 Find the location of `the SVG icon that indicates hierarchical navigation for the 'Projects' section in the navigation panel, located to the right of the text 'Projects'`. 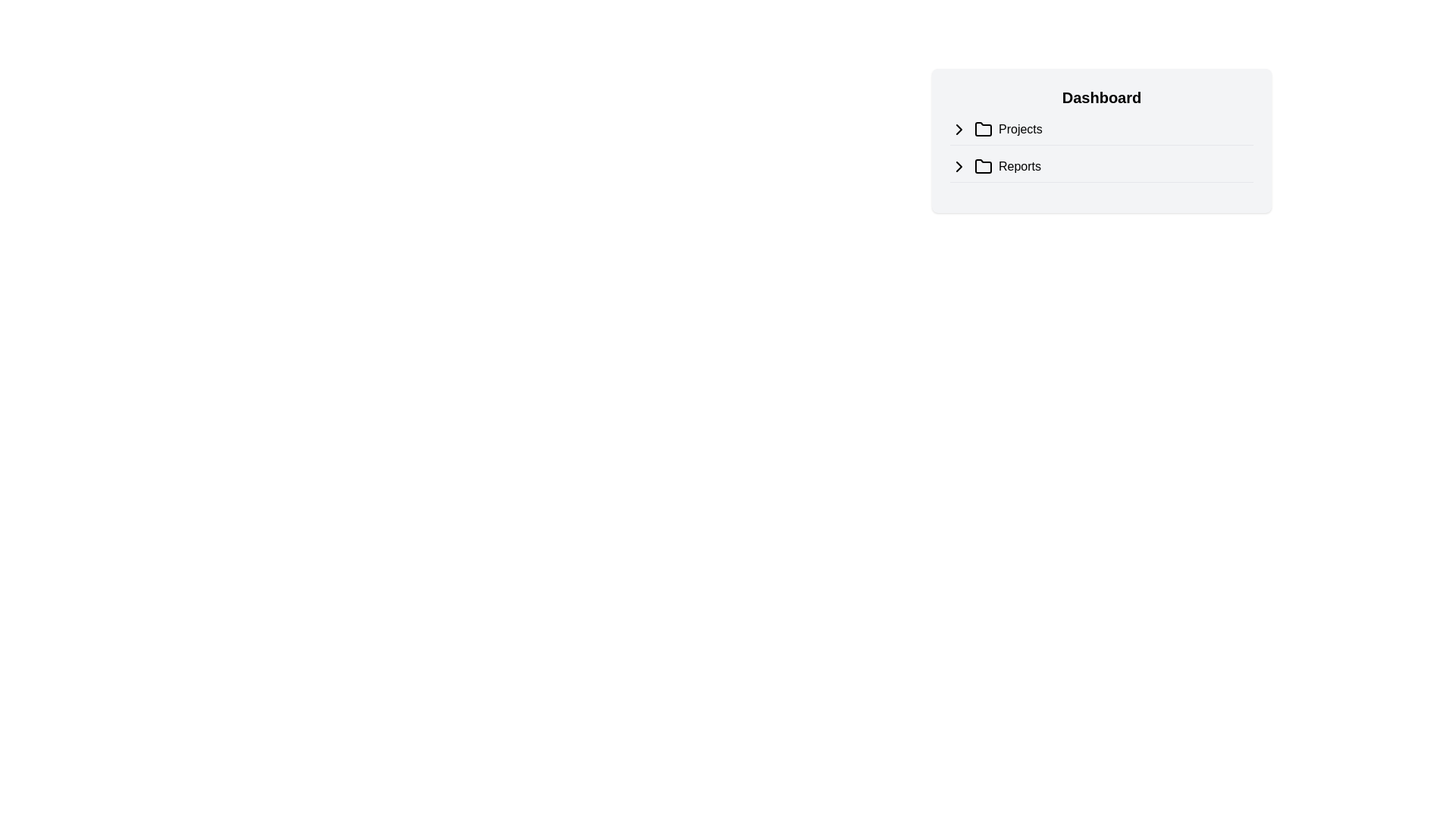

the SVG icon that indicates hierarchical navigation for the 'Projects' section in the navigation panel, located to the right of the text 'Projects' is located at coordinates (959, 128).